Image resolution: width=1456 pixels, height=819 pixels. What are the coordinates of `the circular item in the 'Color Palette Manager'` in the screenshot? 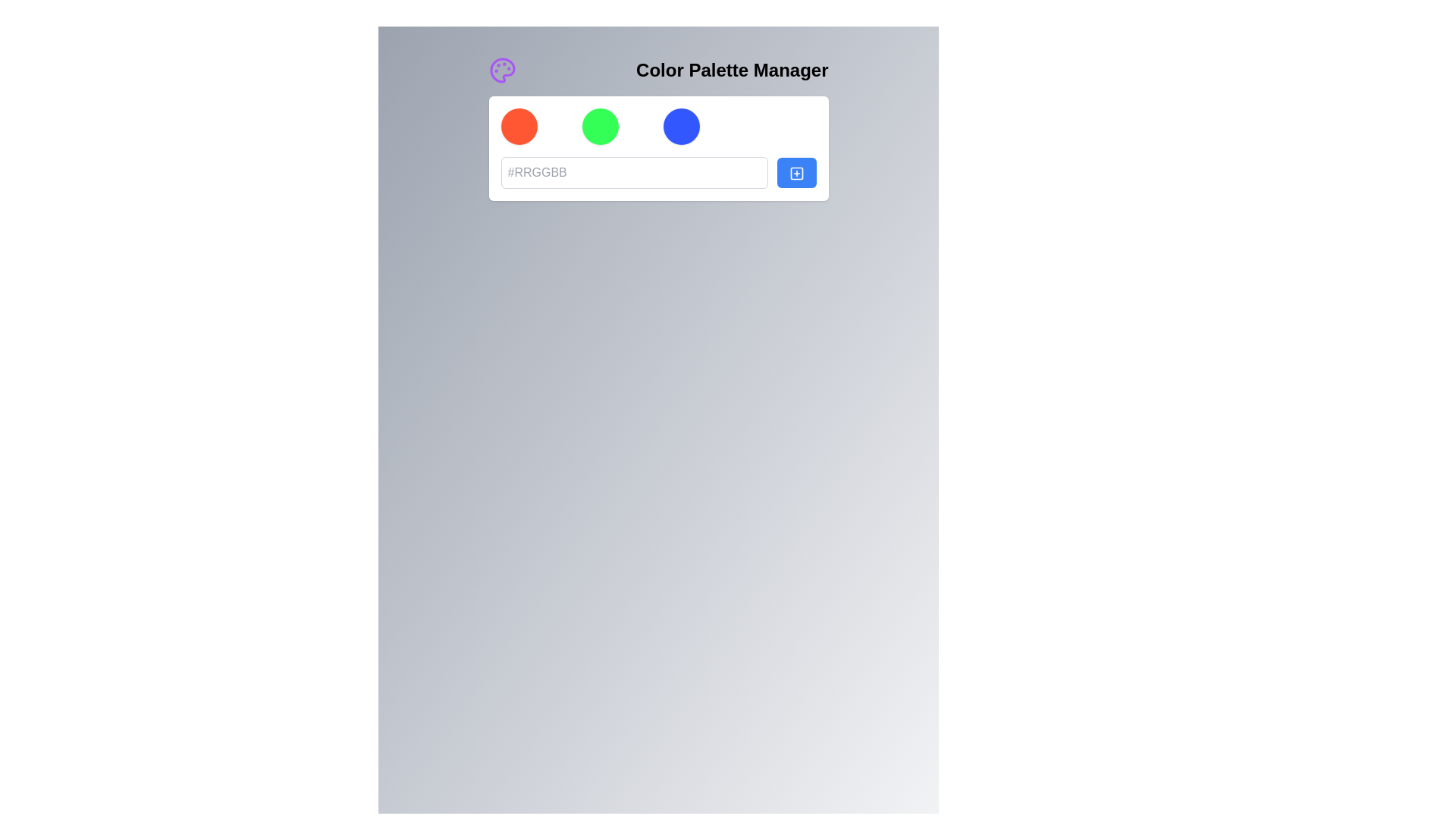 It's located at (658, 125).